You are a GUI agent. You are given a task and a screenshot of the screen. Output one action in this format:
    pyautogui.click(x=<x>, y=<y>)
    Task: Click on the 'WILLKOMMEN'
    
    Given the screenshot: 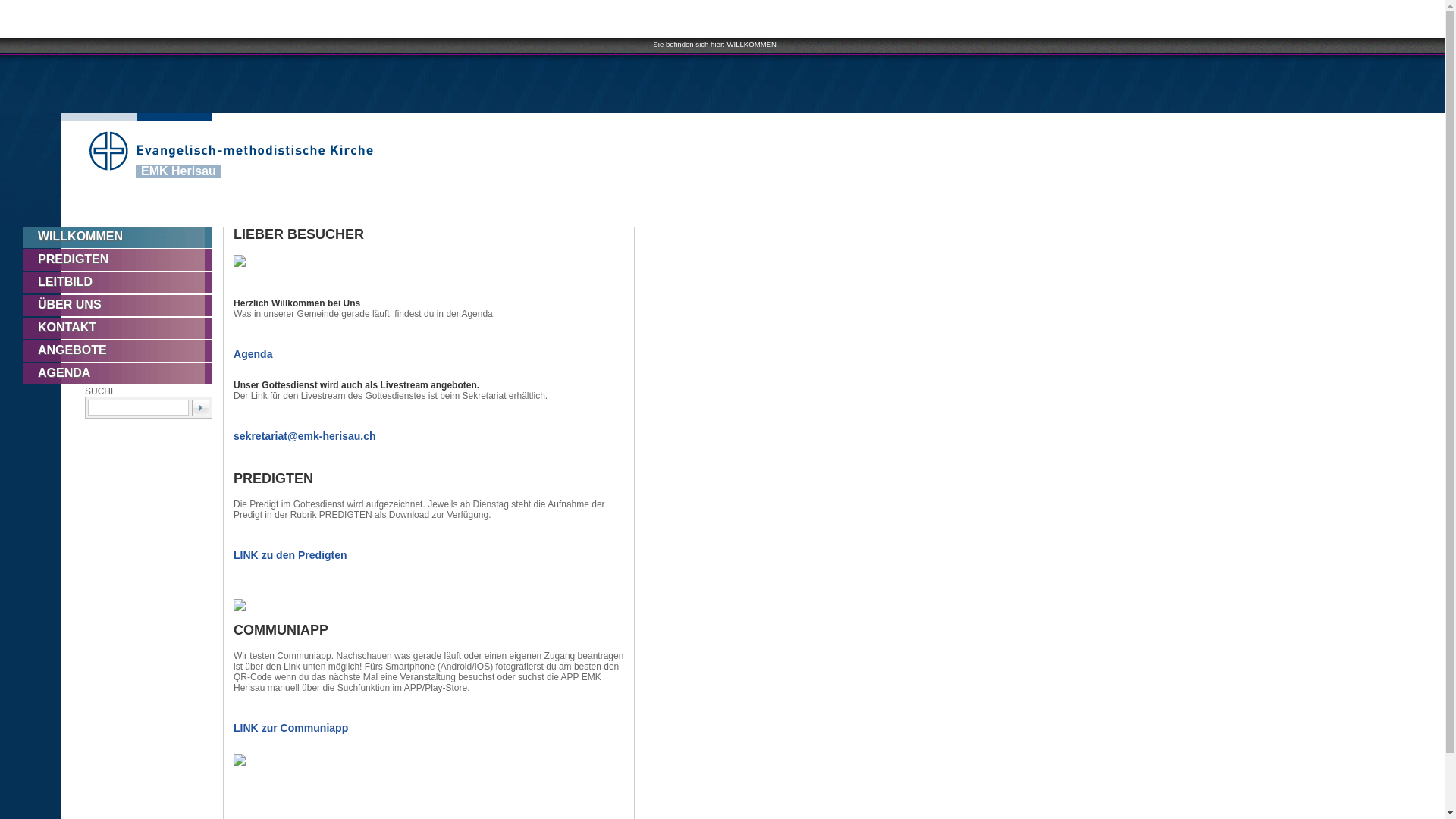 What is the action you would take?
    pyautogui.click(x=123, y=237)
    